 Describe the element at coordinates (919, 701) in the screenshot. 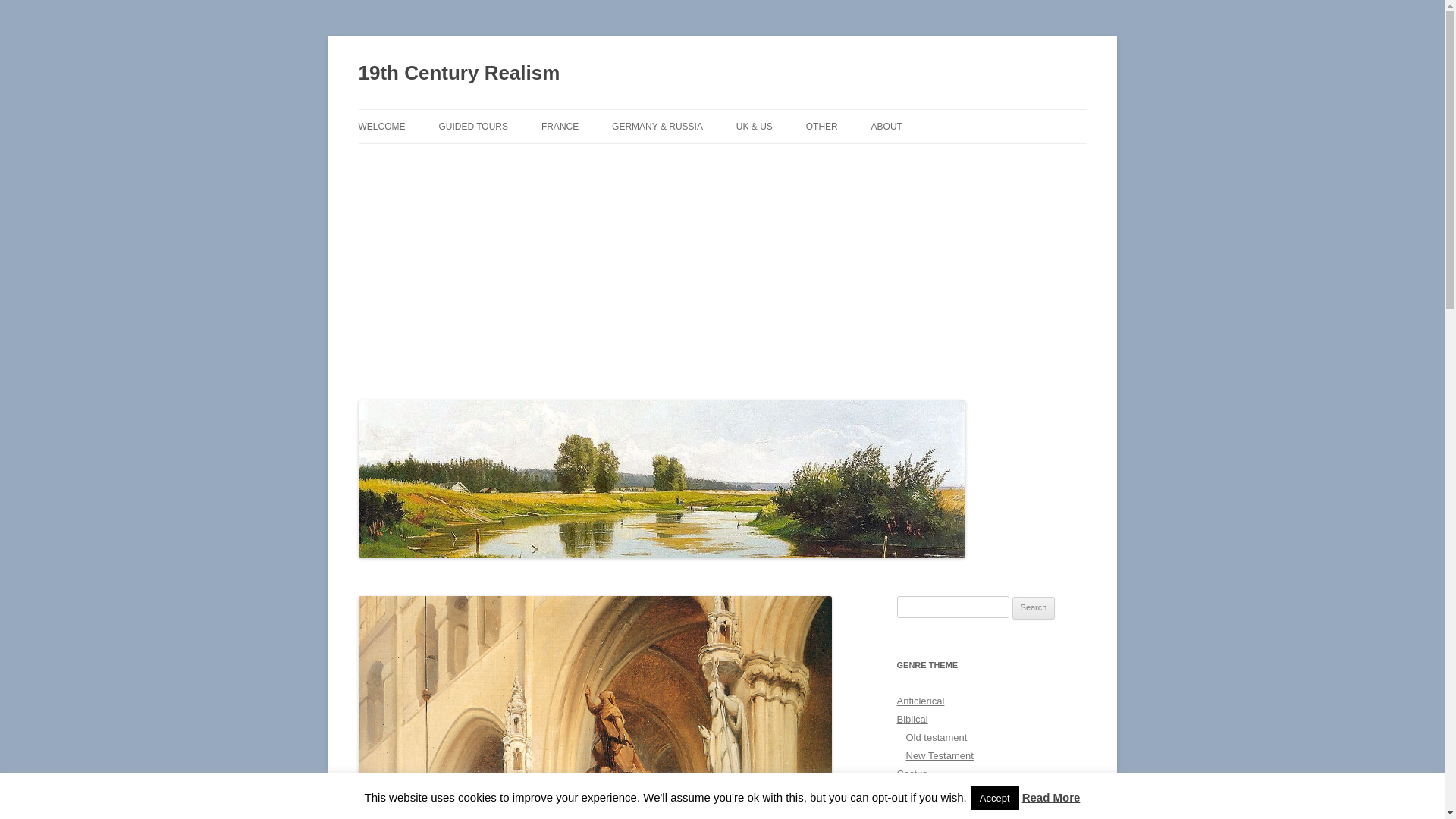

I see `'Anticlerical'` at that location.